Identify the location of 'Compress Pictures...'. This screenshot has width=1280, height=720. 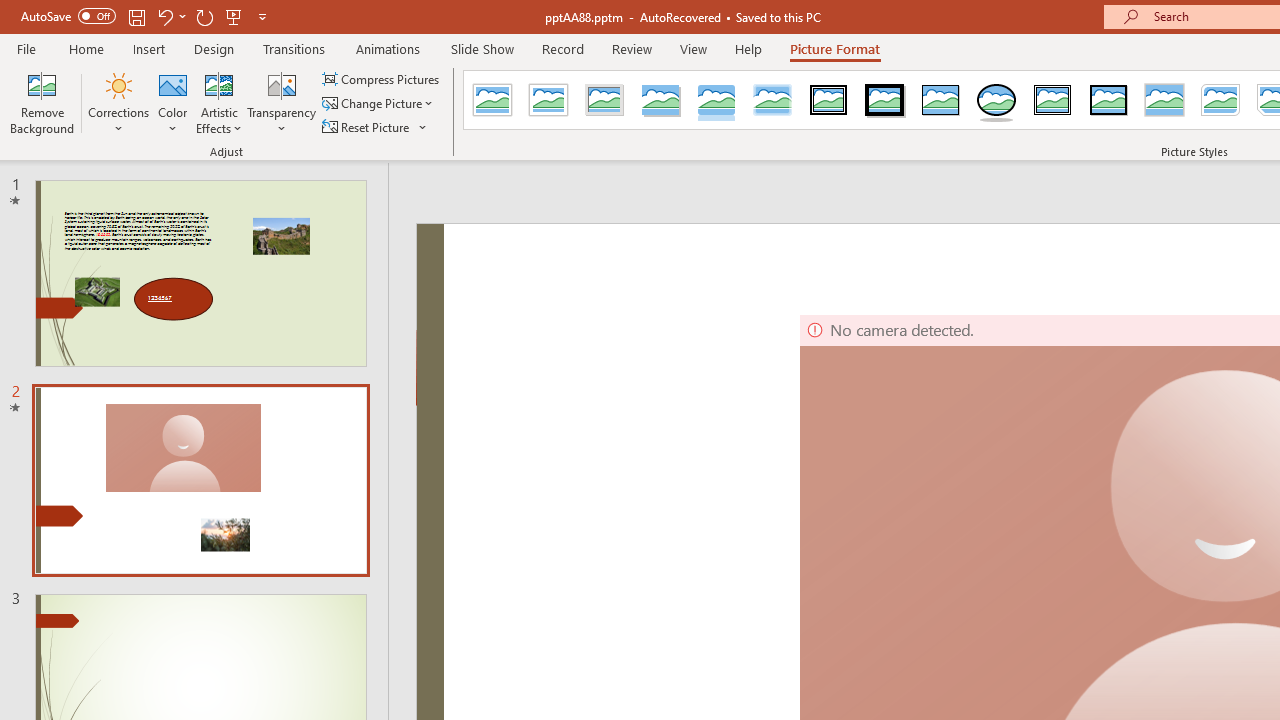
(382, 78).